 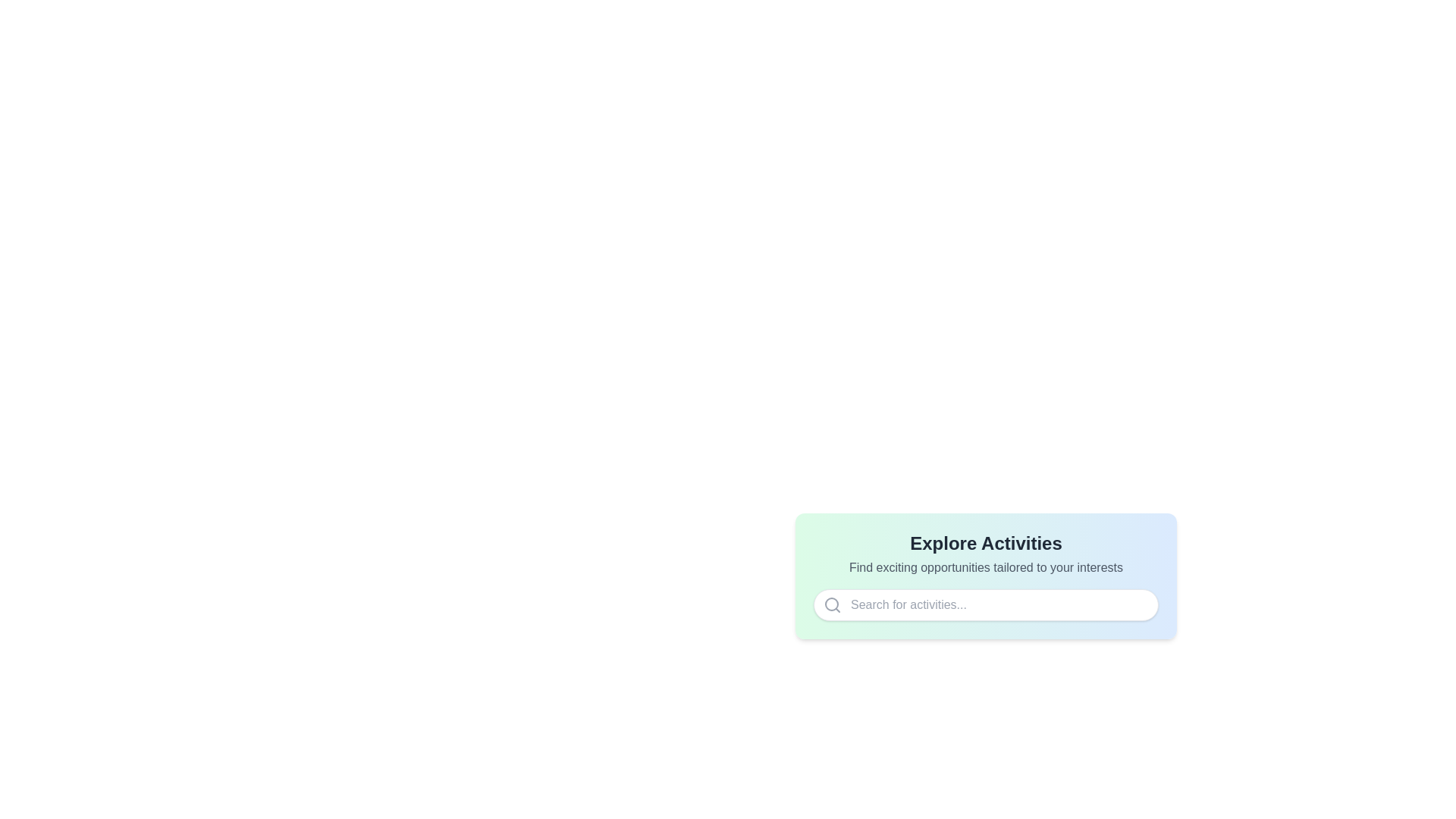 What do you see at coordinates (986, 543) in the screenshot?
I see `the section header text located at the top inside a centered box with a light gradient background, which introduces the content below it` at bounding box center [986, 543].